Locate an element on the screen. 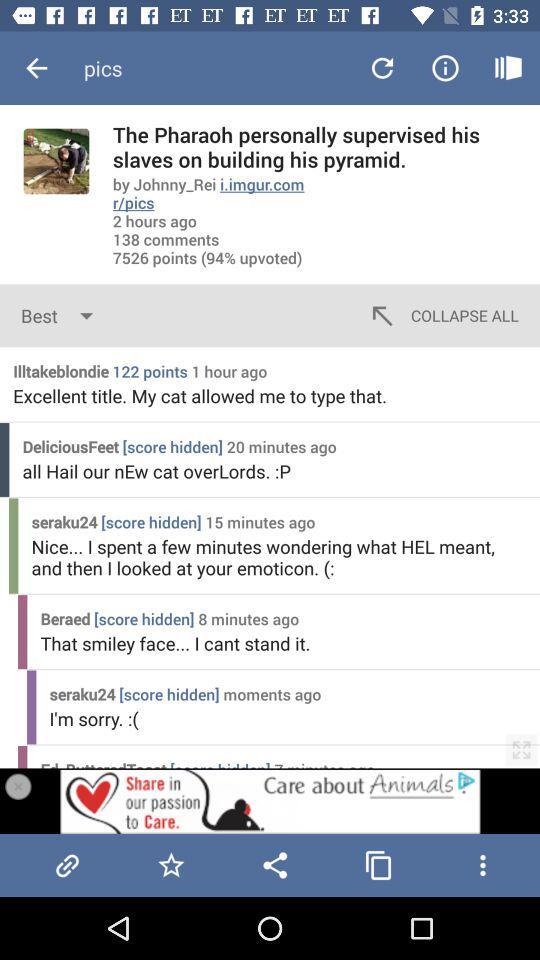 Image resolution: width=540 pixels, height=960 pixels. the fullscreen icon is located at coordinates (521, 748).